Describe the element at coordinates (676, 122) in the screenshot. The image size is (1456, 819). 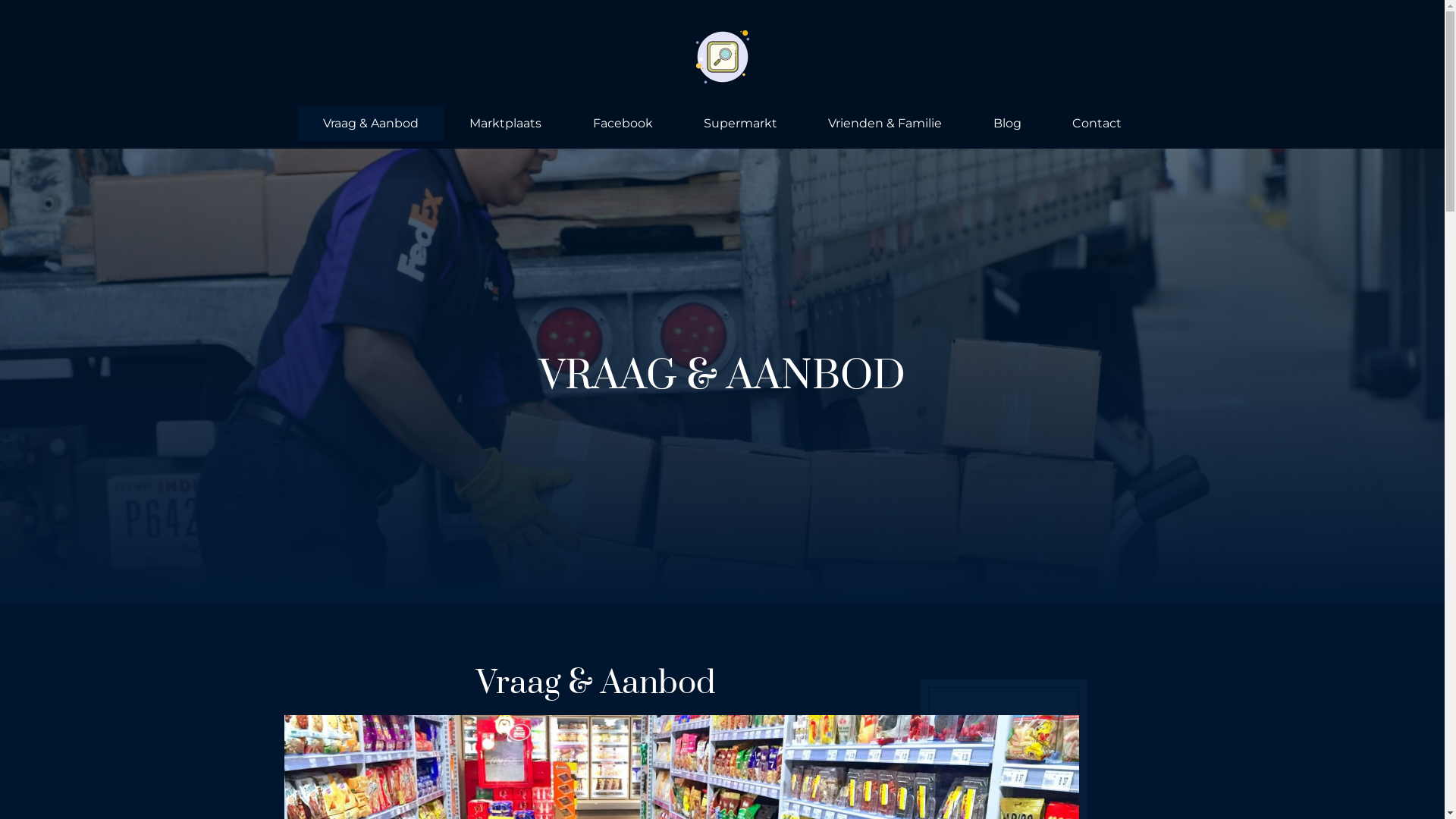
I see `'Supermarkt'` at that location.